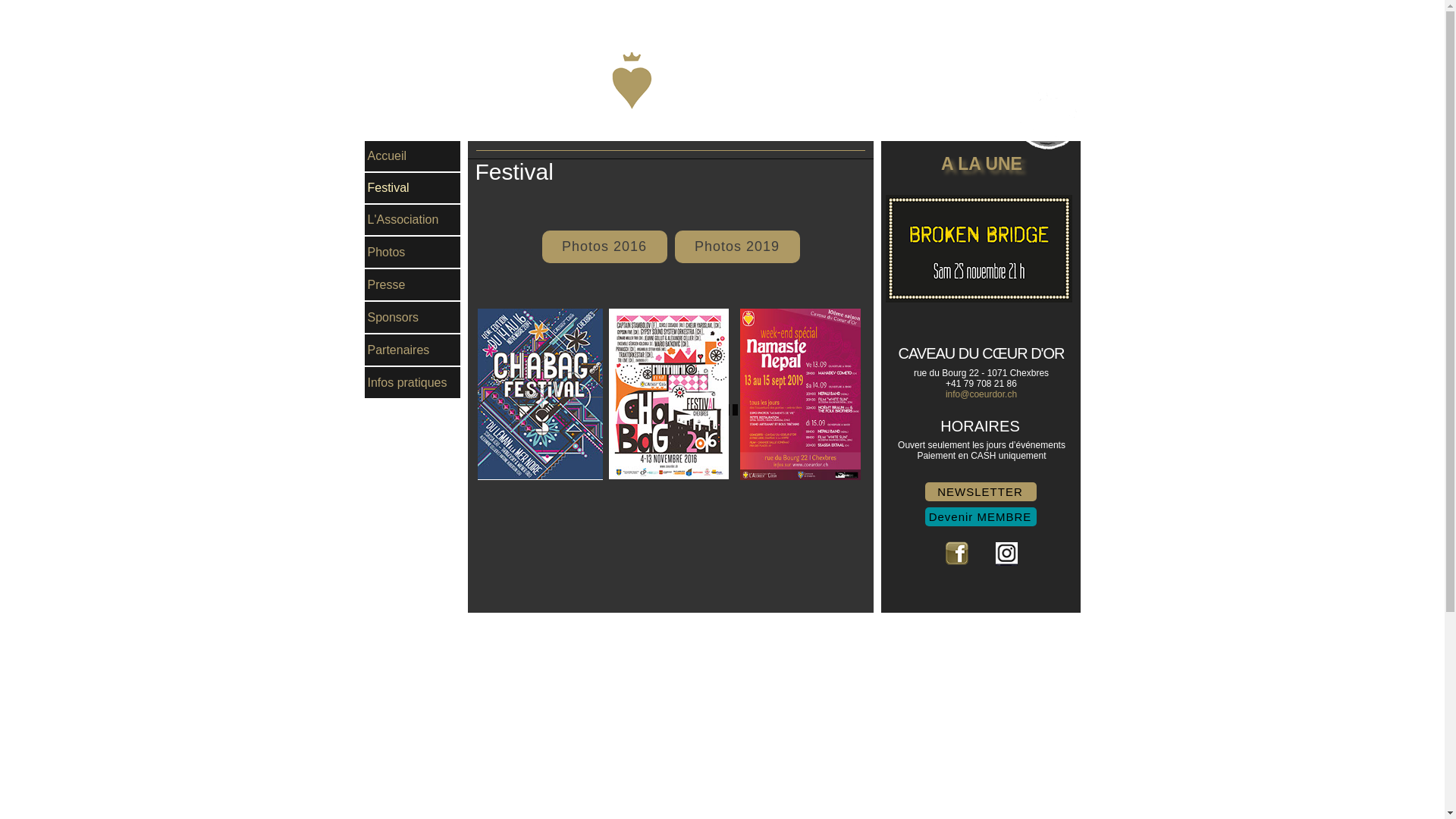 This screenshot has width=1456, height=819. What do you see at coordinates (411, 284) in the screenshot?
I see `'Presse'` at bounding box center [411, 284].